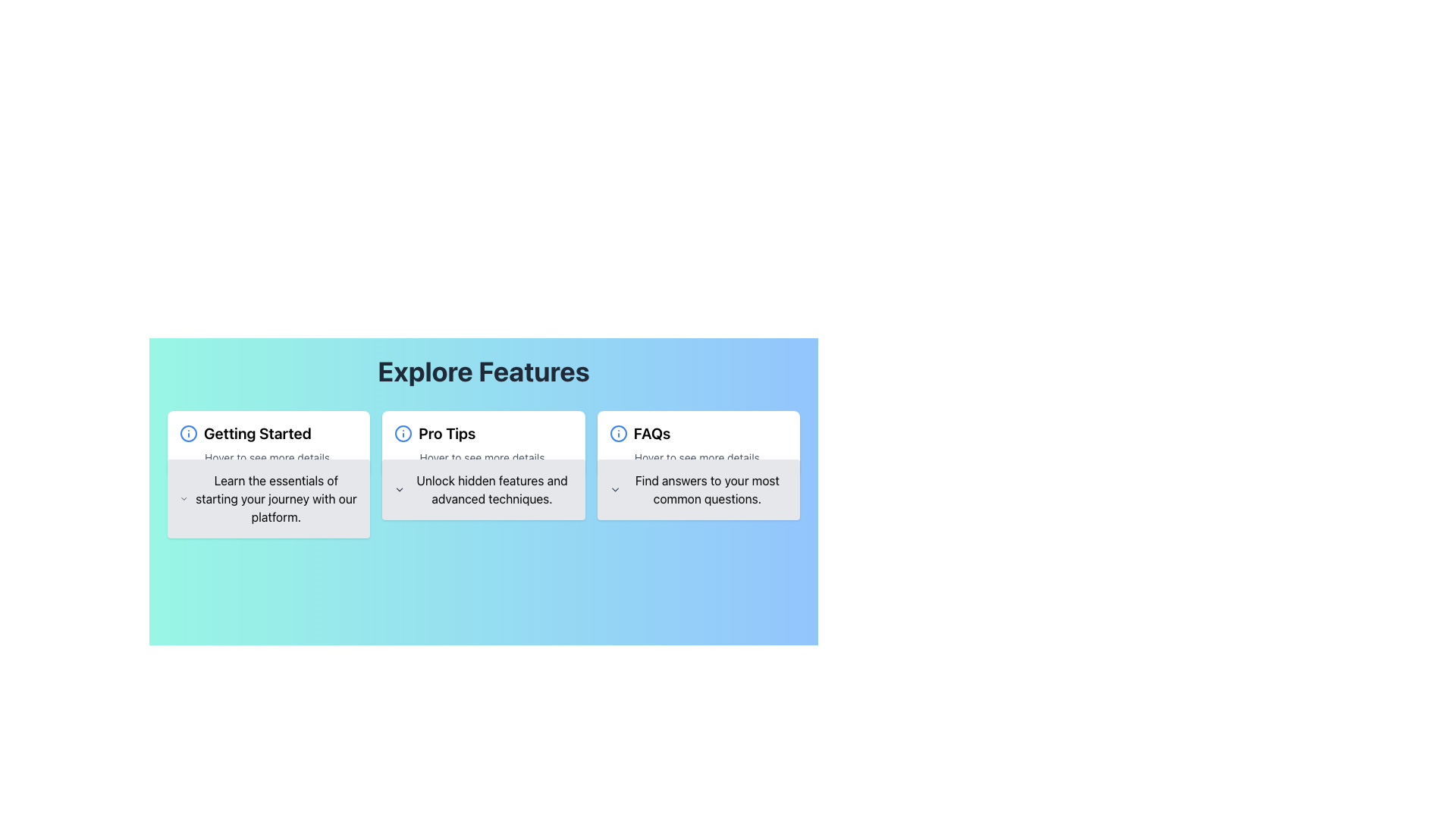 Image resolution: width=1456 pixels, height=819 pixels. Describe the element at coordinates (276, 499) in the screenshot. I see `the static text content that reads 'Learn the essentials of starting your journey with our platform.' located in the lower half of the leftmost card beneath the 'Getting Started' title` at that location.